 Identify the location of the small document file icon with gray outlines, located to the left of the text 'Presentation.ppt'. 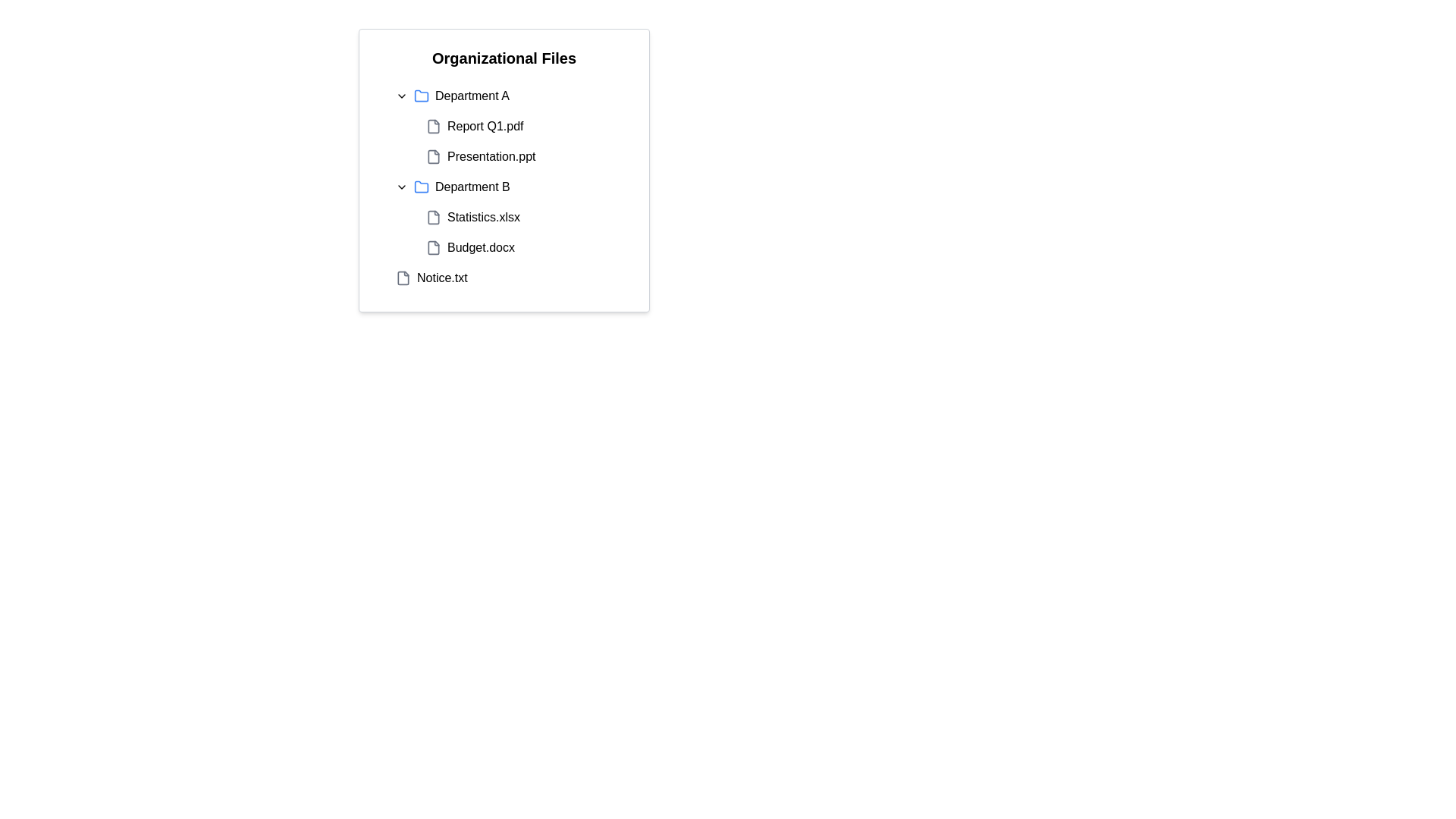
(432, 157).